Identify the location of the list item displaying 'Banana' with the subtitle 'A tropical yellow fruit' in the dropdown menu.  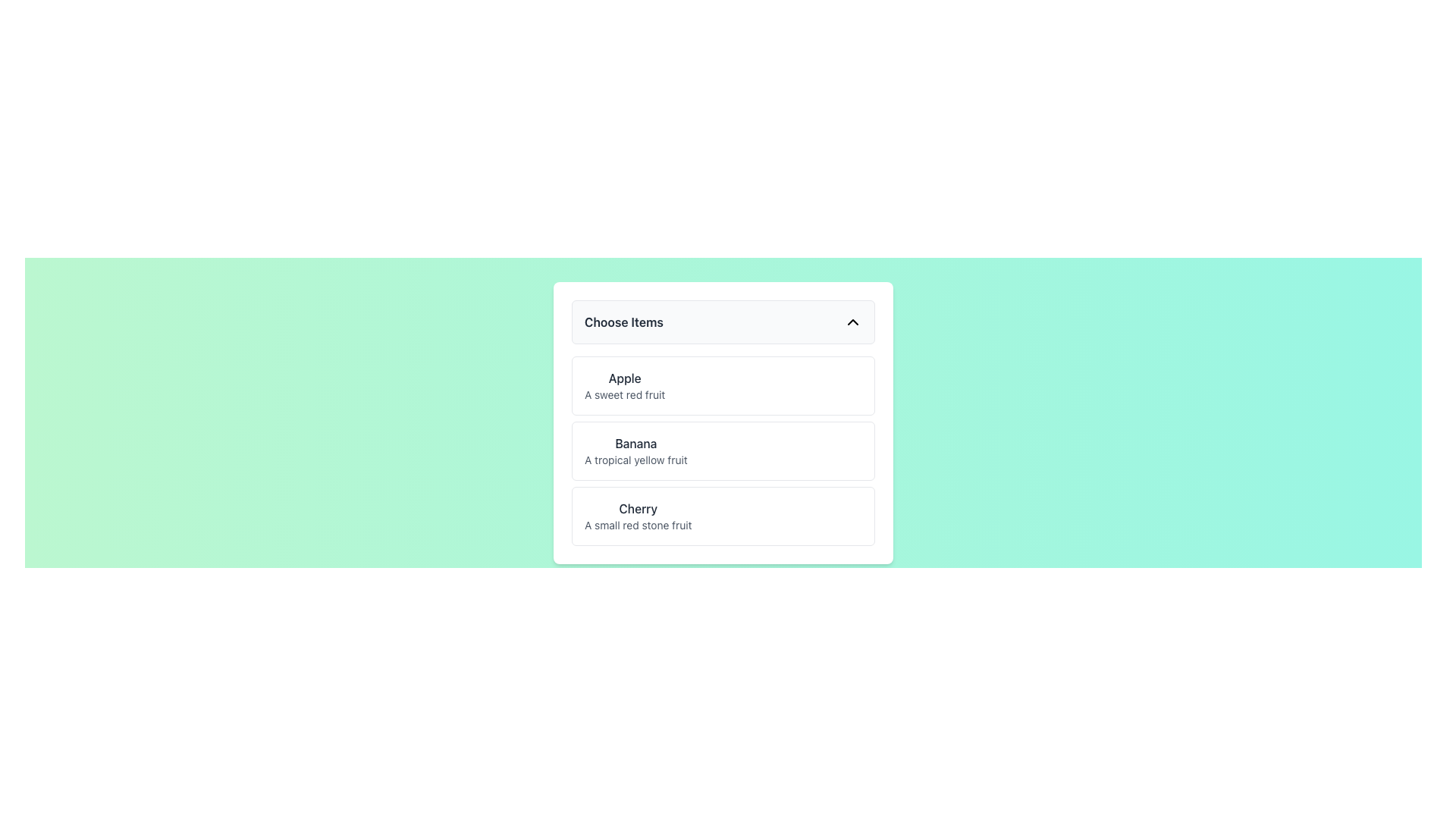
(723, 450).